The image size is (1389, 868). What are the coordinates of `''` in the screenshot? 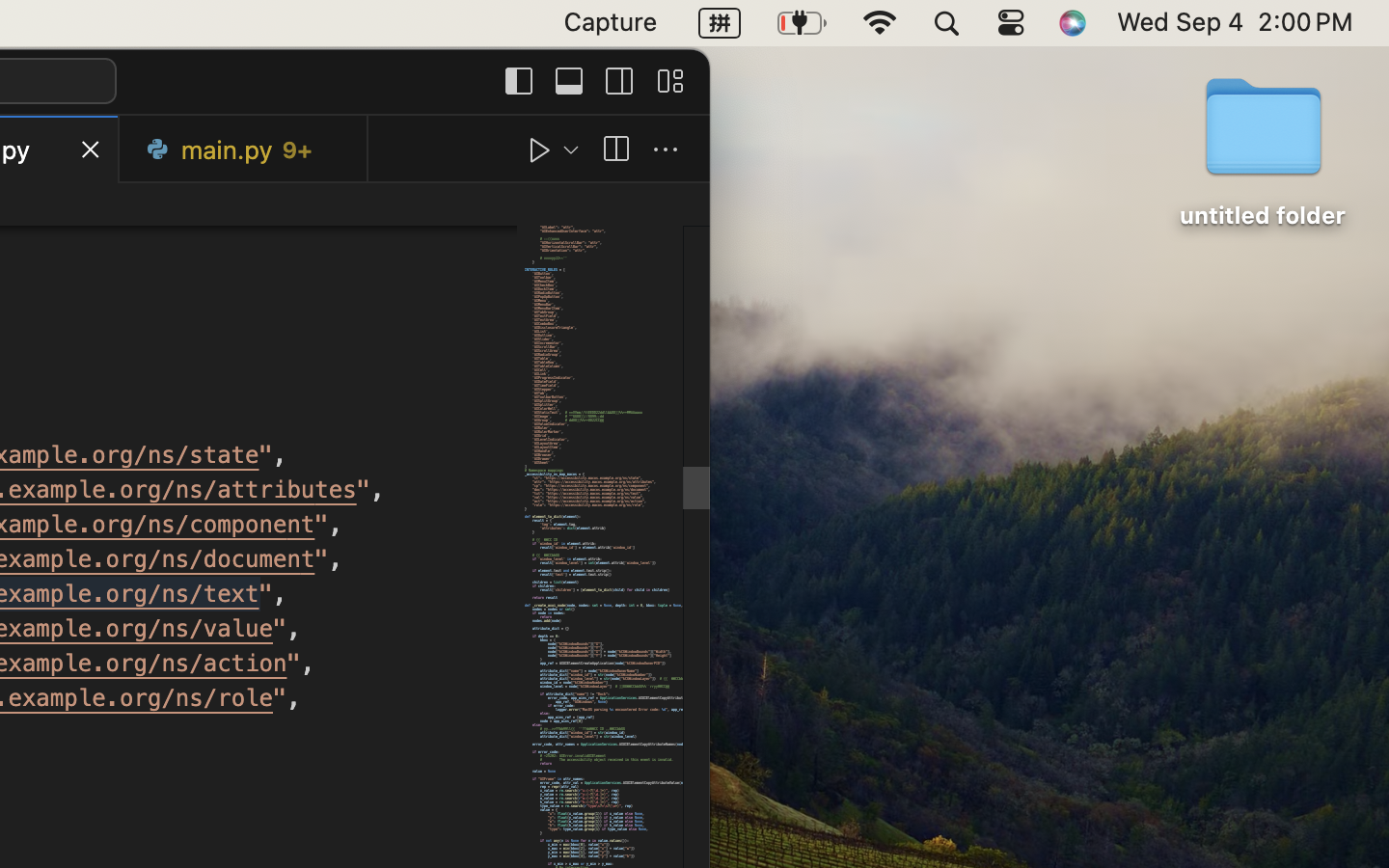 It's located at (540, 149).